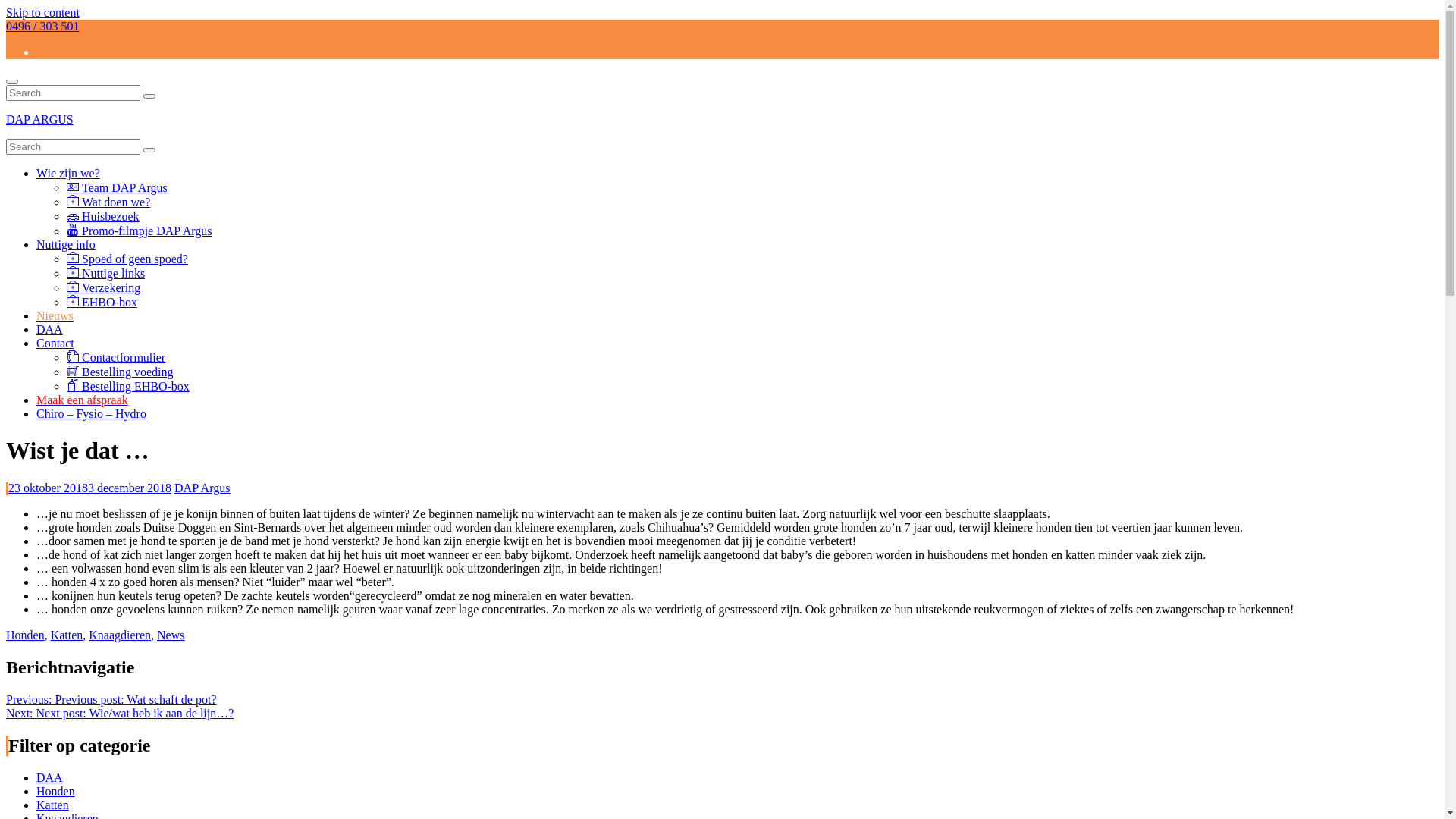 This screenshot has width=1456, height=819. Describe the element at coordinates (42, 12) in the screenshot. I see `'Skip to content'` at that location.